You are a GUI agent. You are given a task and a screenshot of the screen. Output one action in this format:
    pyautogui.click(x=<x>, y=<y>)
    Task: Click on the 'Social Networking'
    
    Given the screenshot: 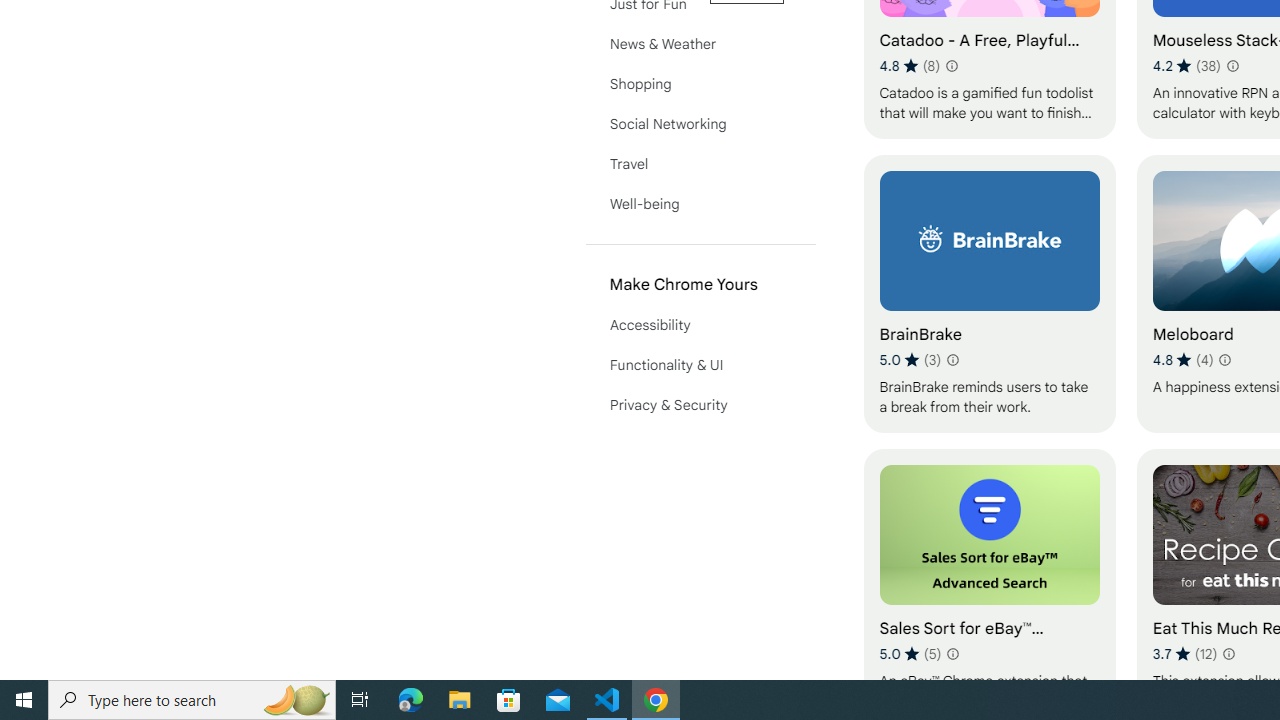 What is the action you would take?
    pyautogui.click(x=700, y=123)
    